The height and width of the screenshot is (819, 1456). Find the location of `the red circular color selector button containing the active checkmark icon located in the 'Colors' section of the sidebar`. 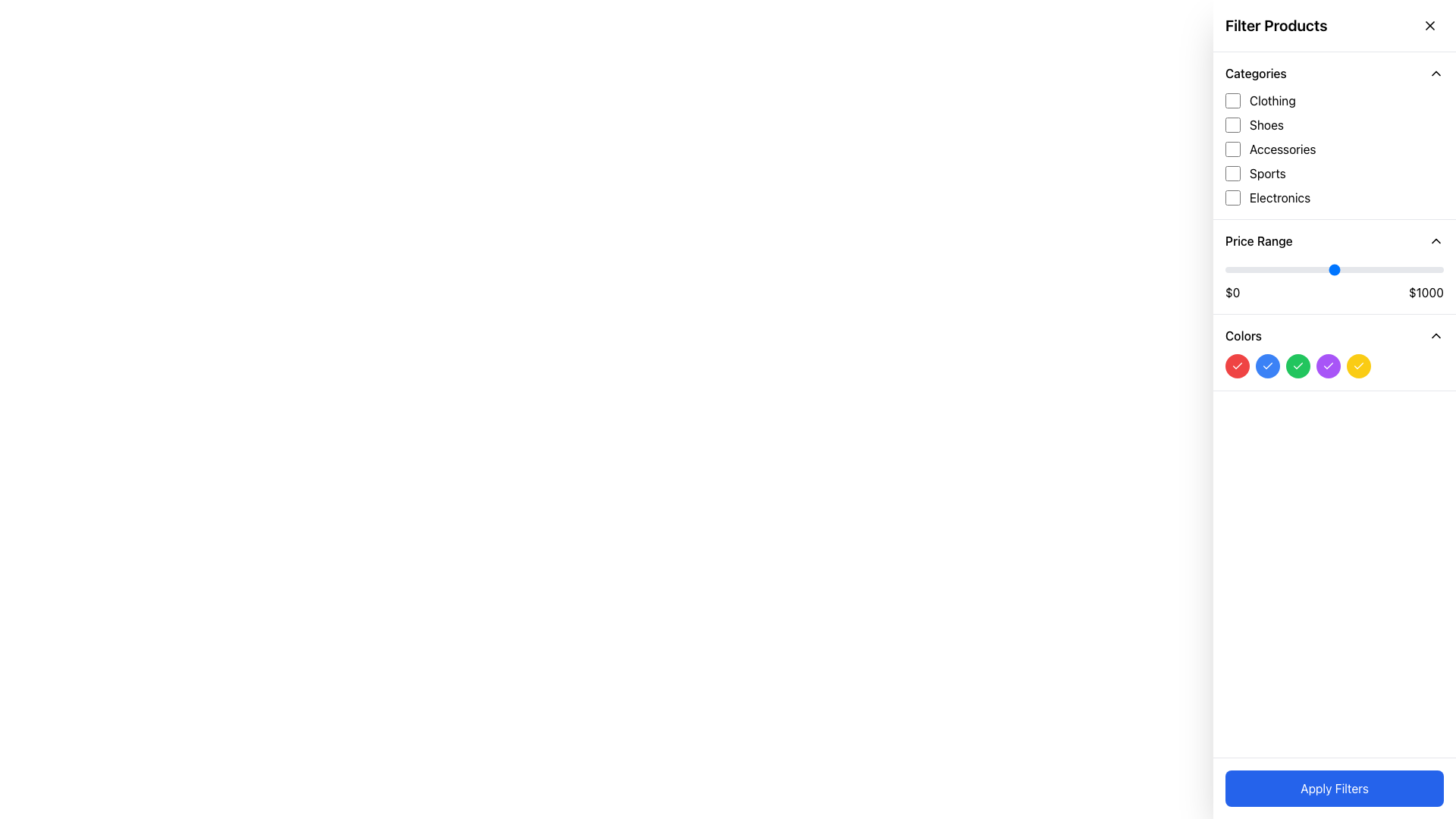

the red circular color selector button containing the active checkmark icon located in the 'Colors' section of the sidebar is located at coordinates (1238, 366).